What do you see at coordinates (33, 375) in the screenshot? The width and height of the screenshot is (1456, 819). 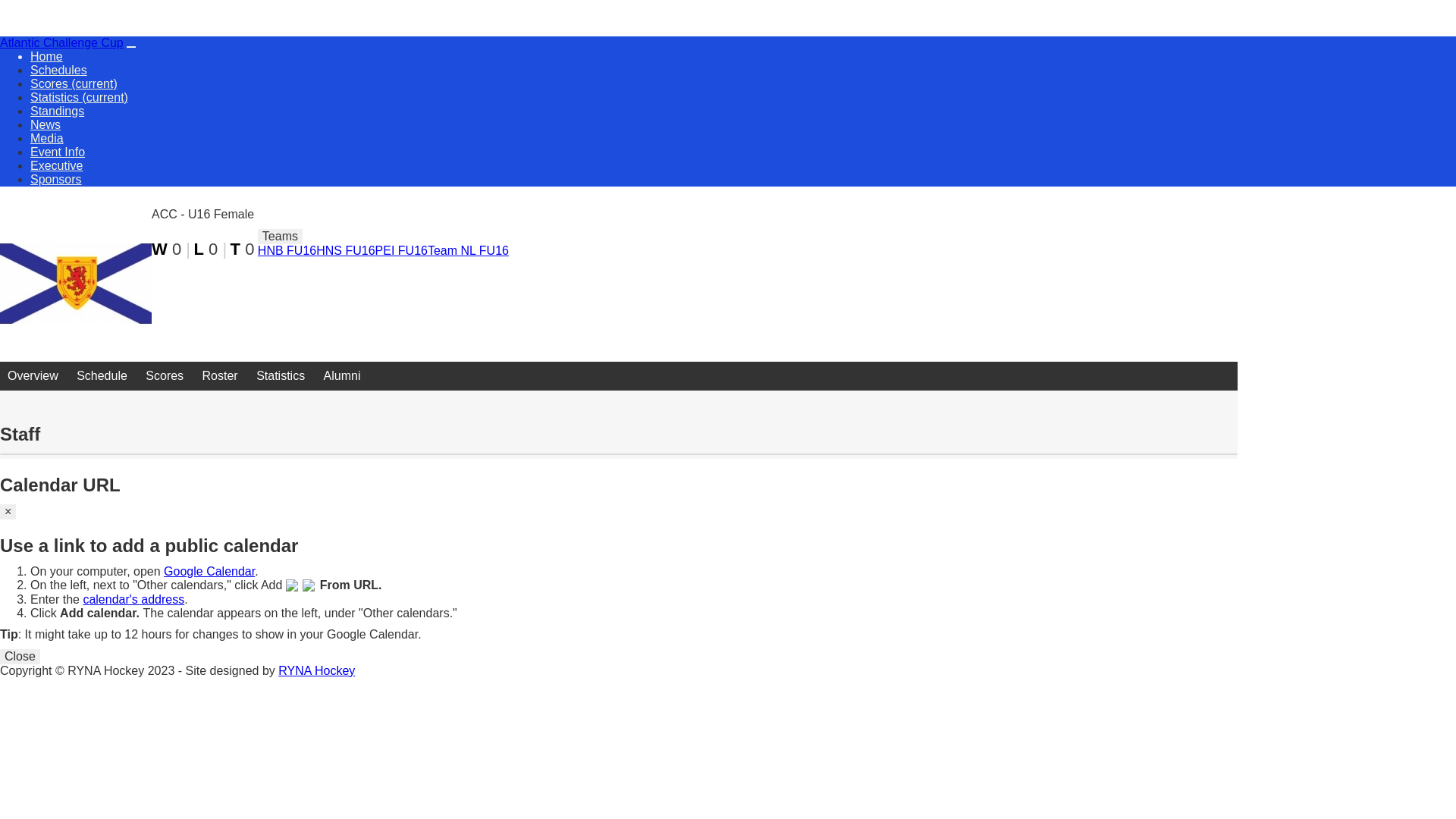 I see `'Overview'` at bounding box center [33, 375].